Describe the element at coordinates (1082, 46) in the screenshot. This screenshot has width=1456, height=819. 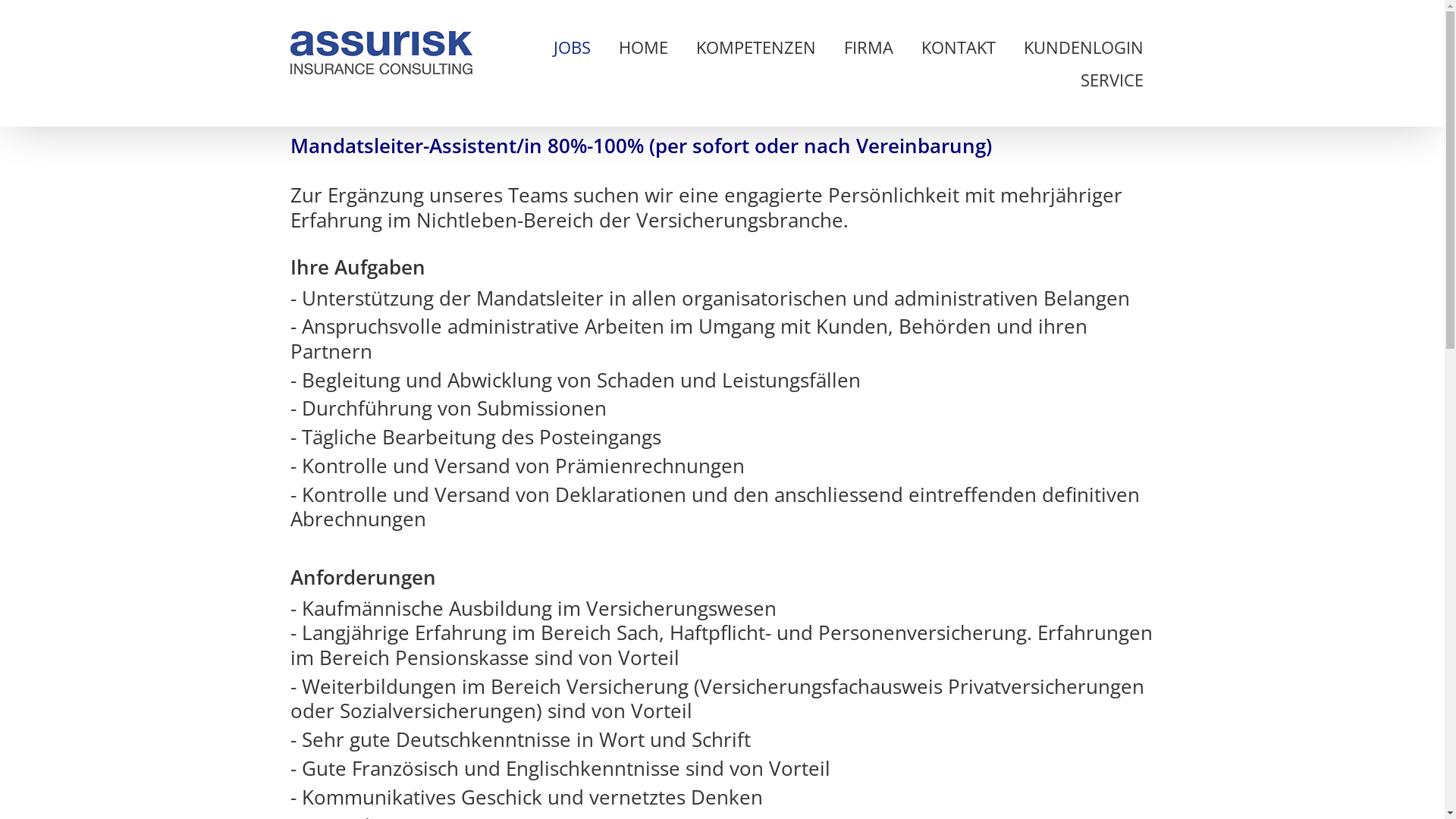
I see `'KUNDENLOGIN'` at that location.